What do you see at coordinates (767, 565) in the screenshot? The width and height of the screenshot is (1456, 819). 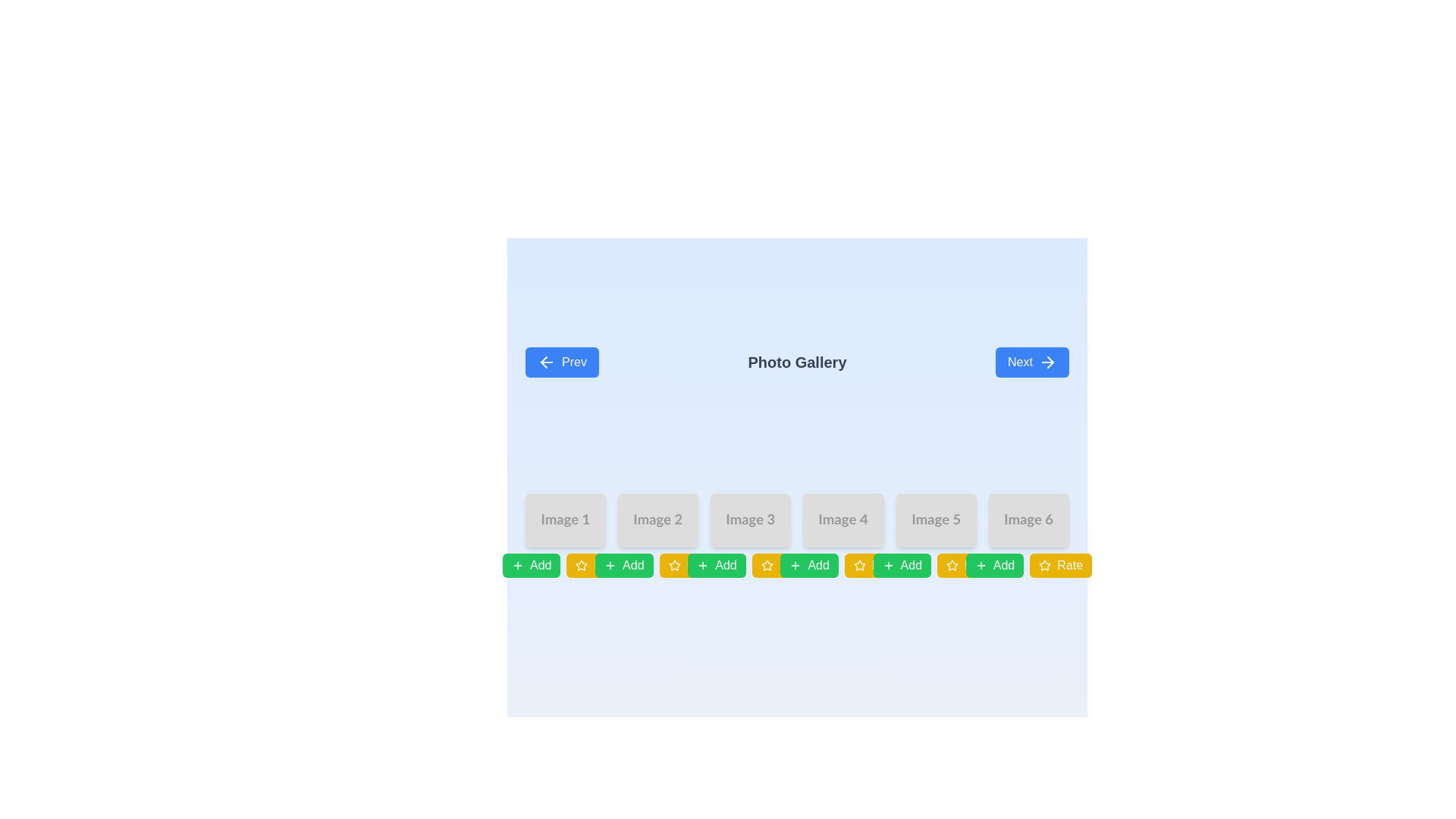 I see `the fourth star icon from the left, located below the third image tile labeled 'Image 3', to rate the associated image` at bounding box center [767, 565].